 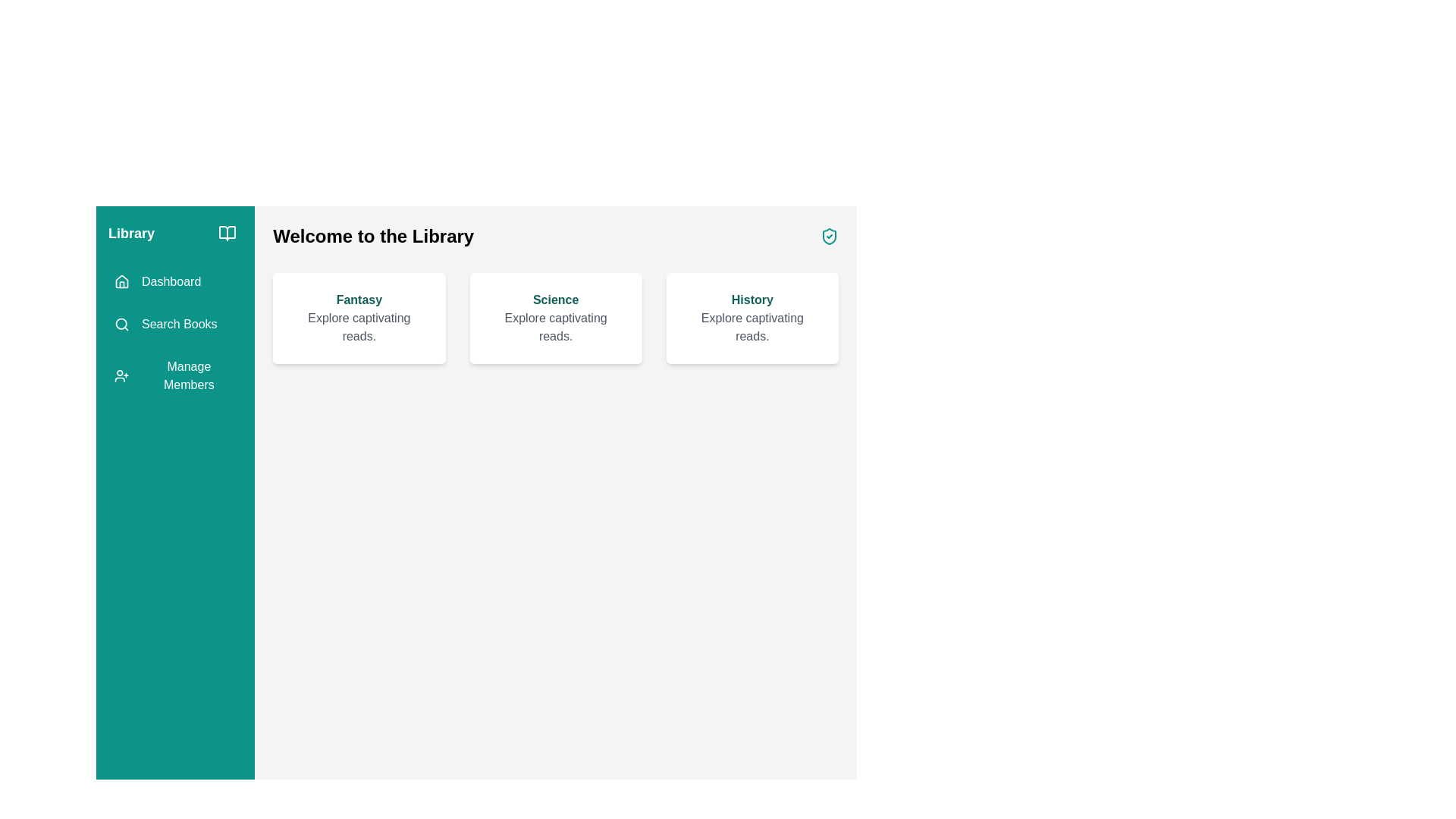 I want to click on the 'Dashboard' text label in the left sidebar navigation, which is displayed in white font on a teal background and is the first item under the 'Library' title, so click(x=171, y=281).